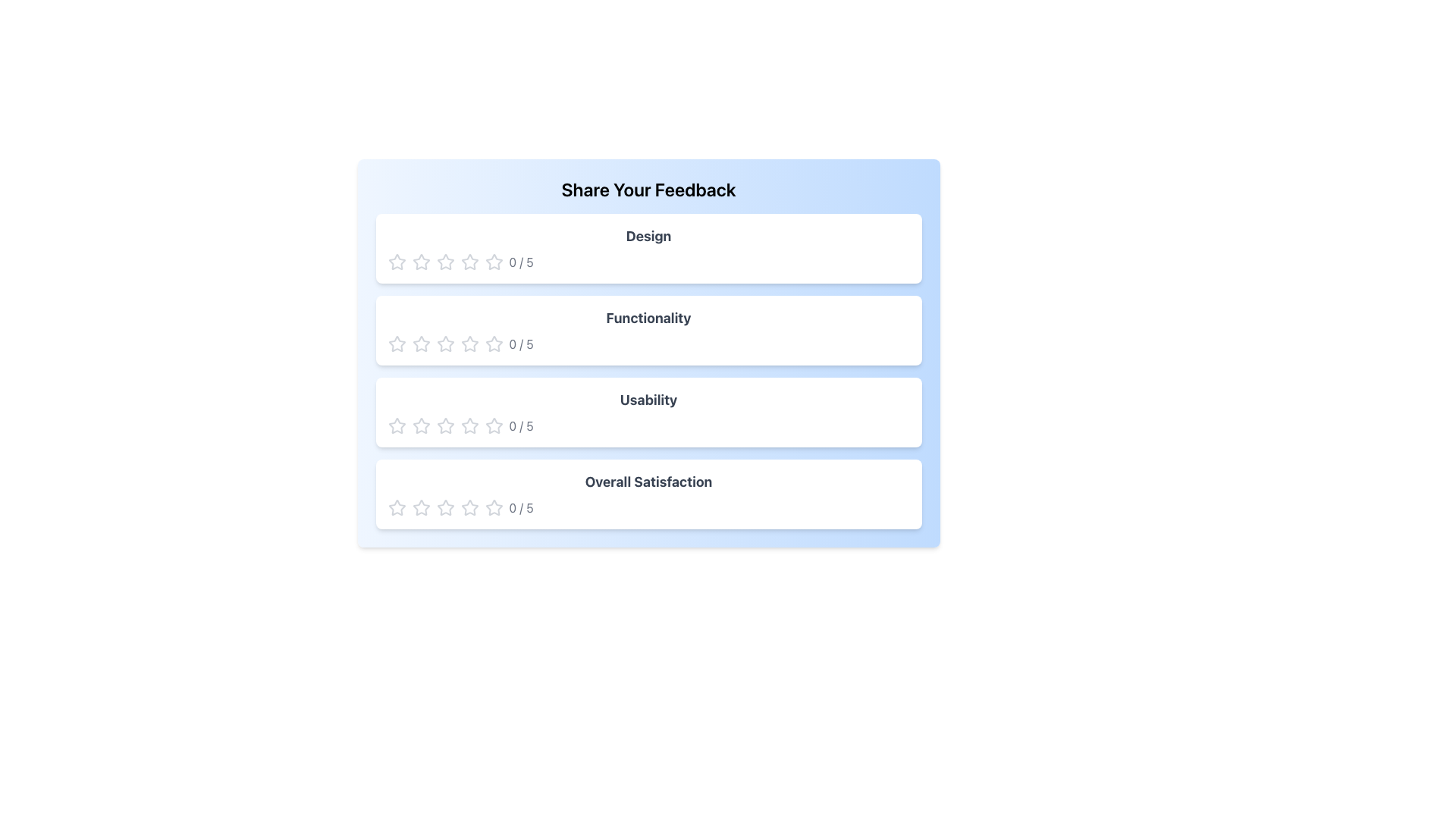 Image resolution: width=1456 pixels, height=819 pixels. I want to click on the fourth star-shaped Rating Icon in the Overall Satisfaction section, so click(469, 508).